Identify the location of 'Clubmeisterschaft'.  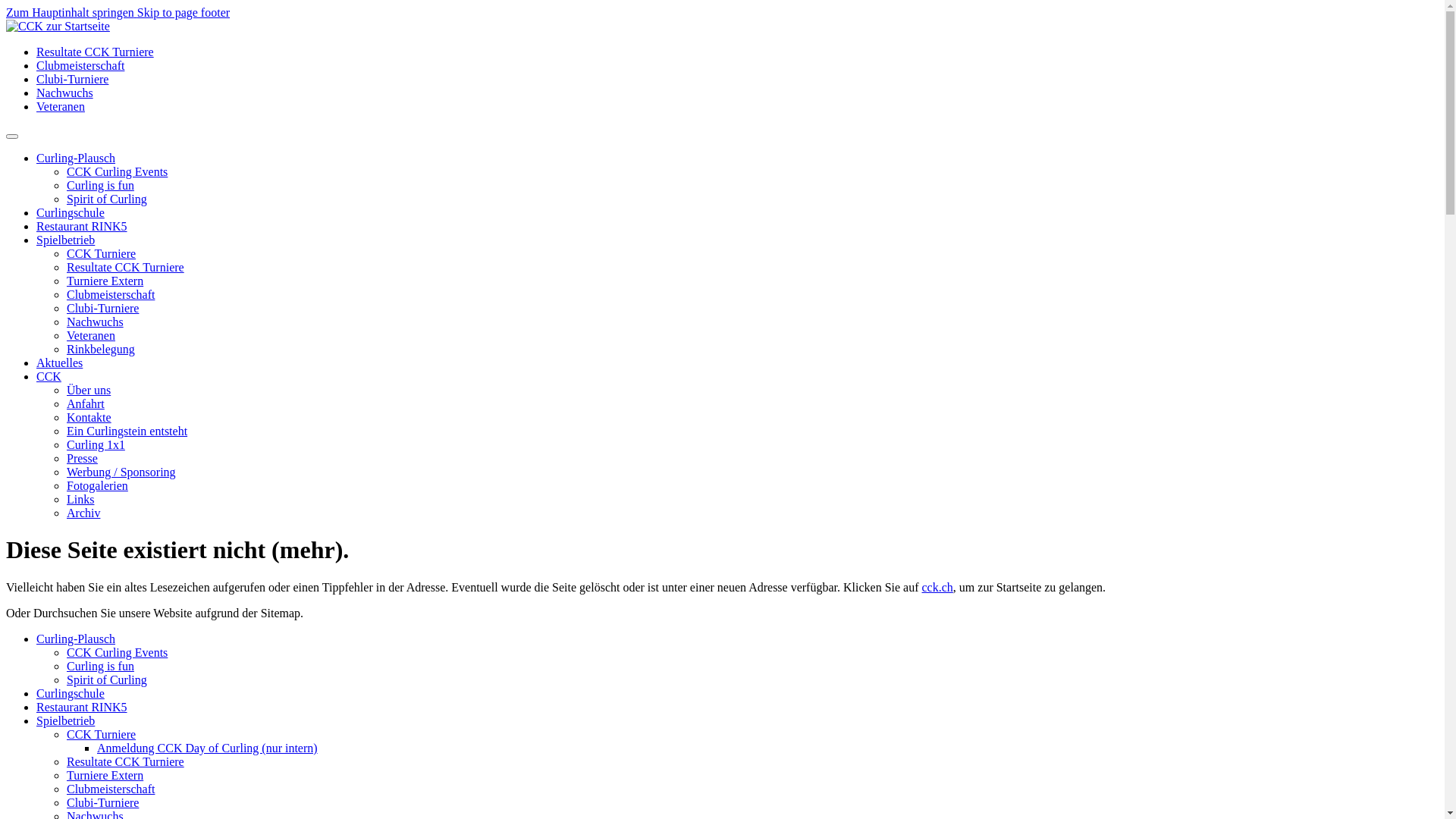
(109, 788).